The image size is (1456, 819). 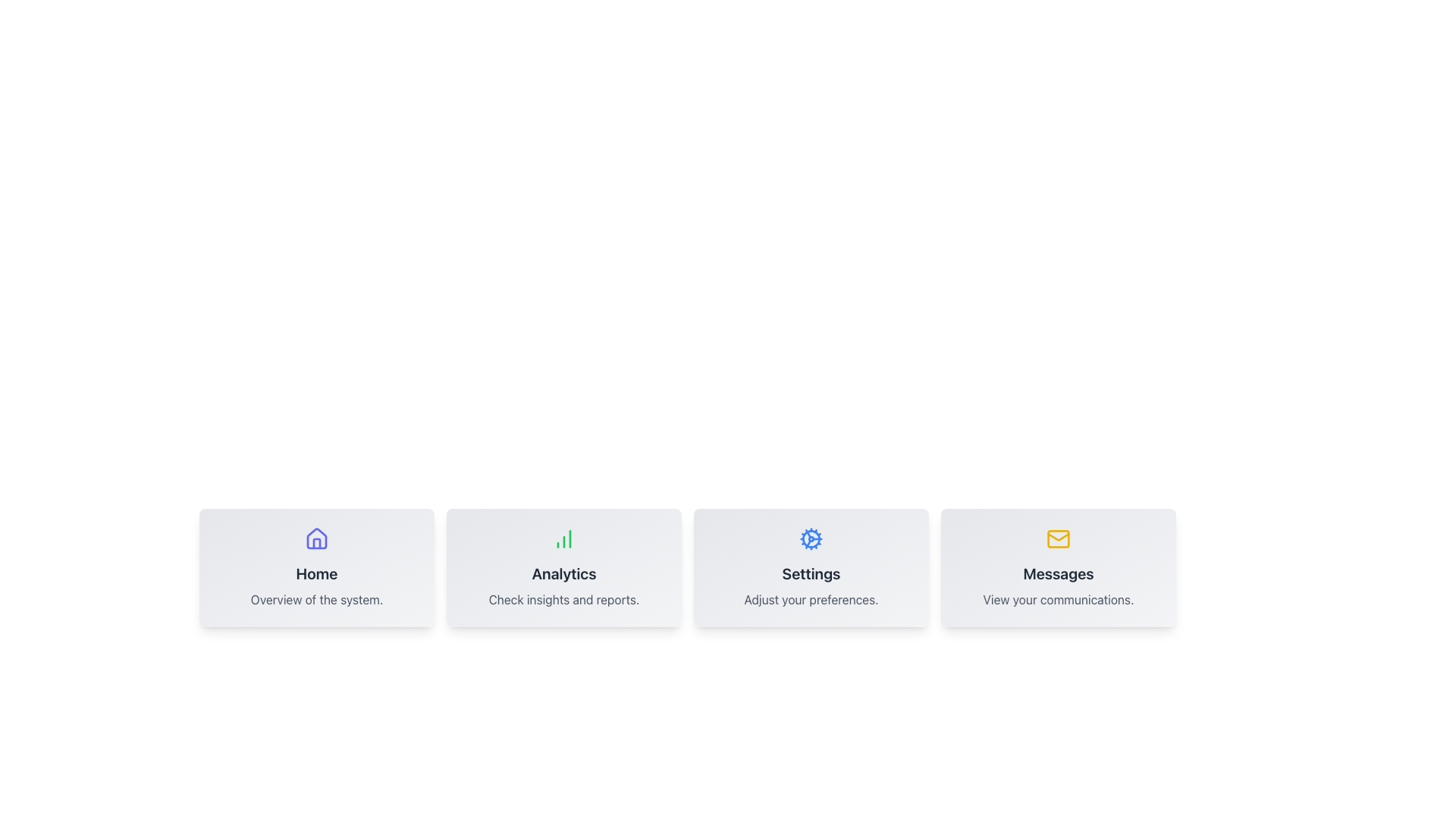 I want to click on the 'Settings' informational card, which features a cogwheel icon at the top and includes the title 'Settings' and a description 'Adjust your preferences.', so click(x=811, y=567).